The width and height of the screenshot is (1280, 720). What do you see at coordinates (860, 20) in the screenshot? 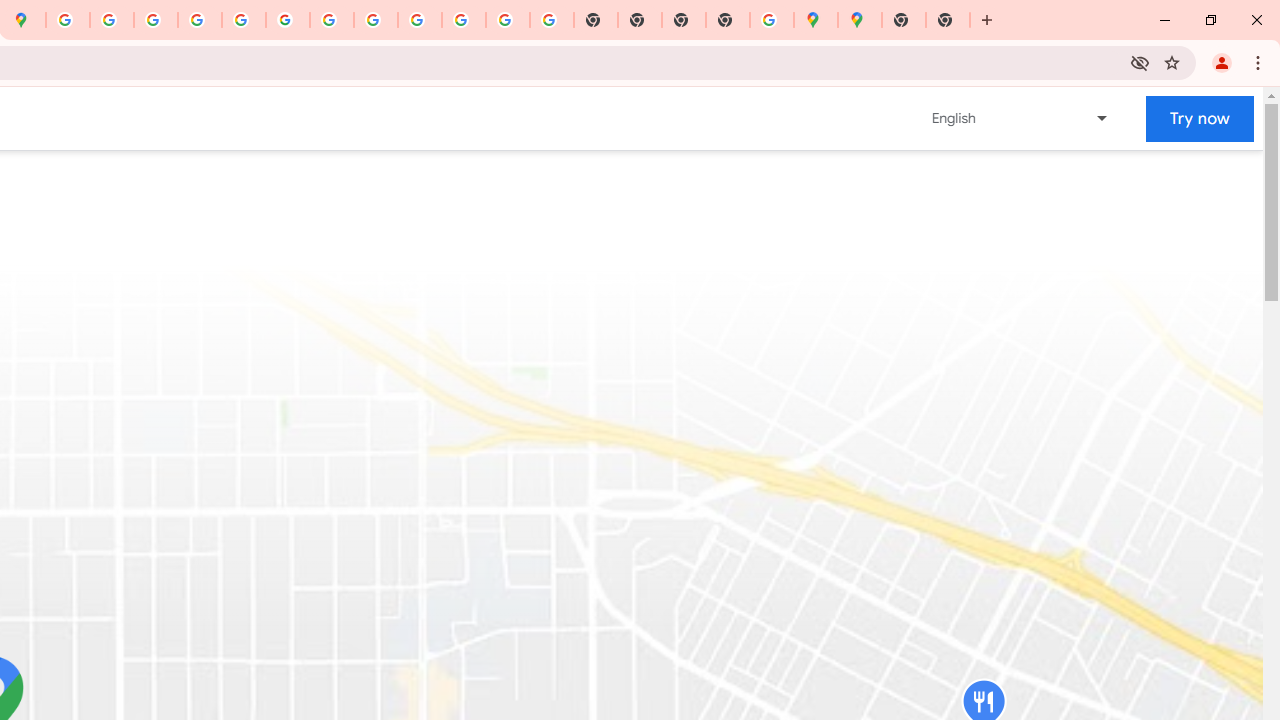
I see `'Google Maps'` at bounding box center [860, 20].